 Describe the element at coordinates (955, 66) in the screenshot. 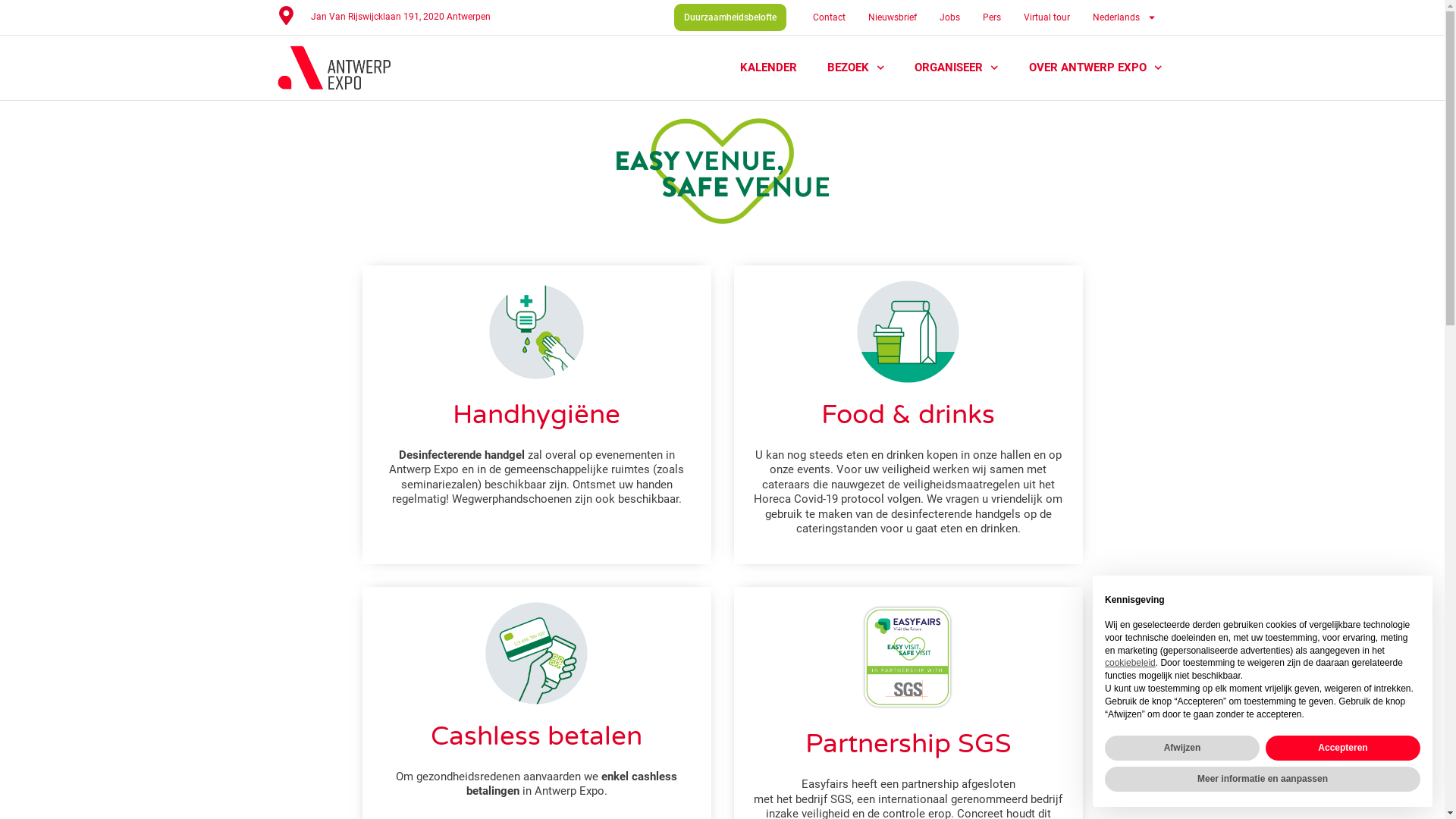

I see `'ORGANISEER'` at that location.